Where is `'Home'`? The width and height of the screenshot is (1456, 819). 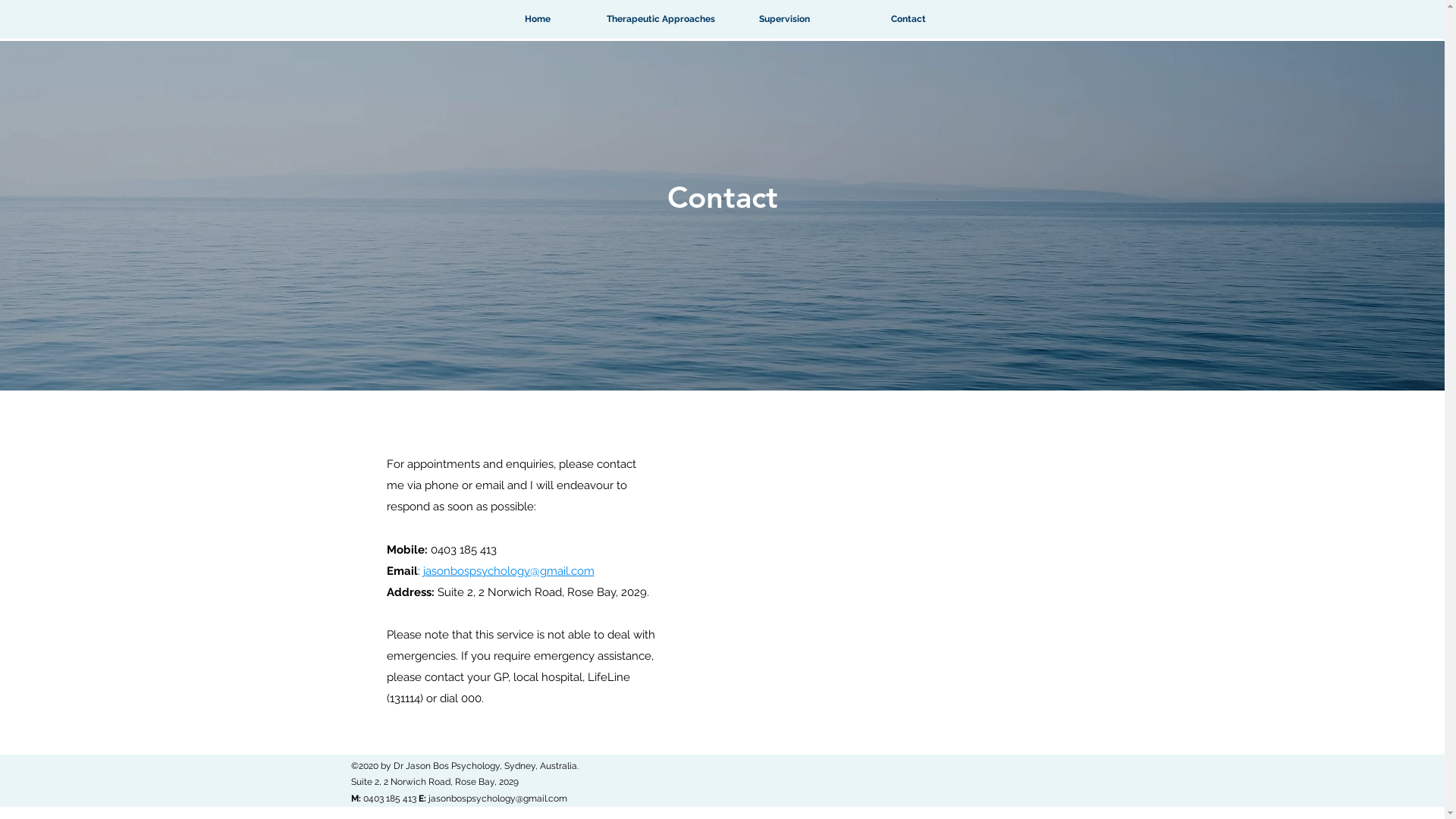 'Home' is located at coordinates (537, 19).